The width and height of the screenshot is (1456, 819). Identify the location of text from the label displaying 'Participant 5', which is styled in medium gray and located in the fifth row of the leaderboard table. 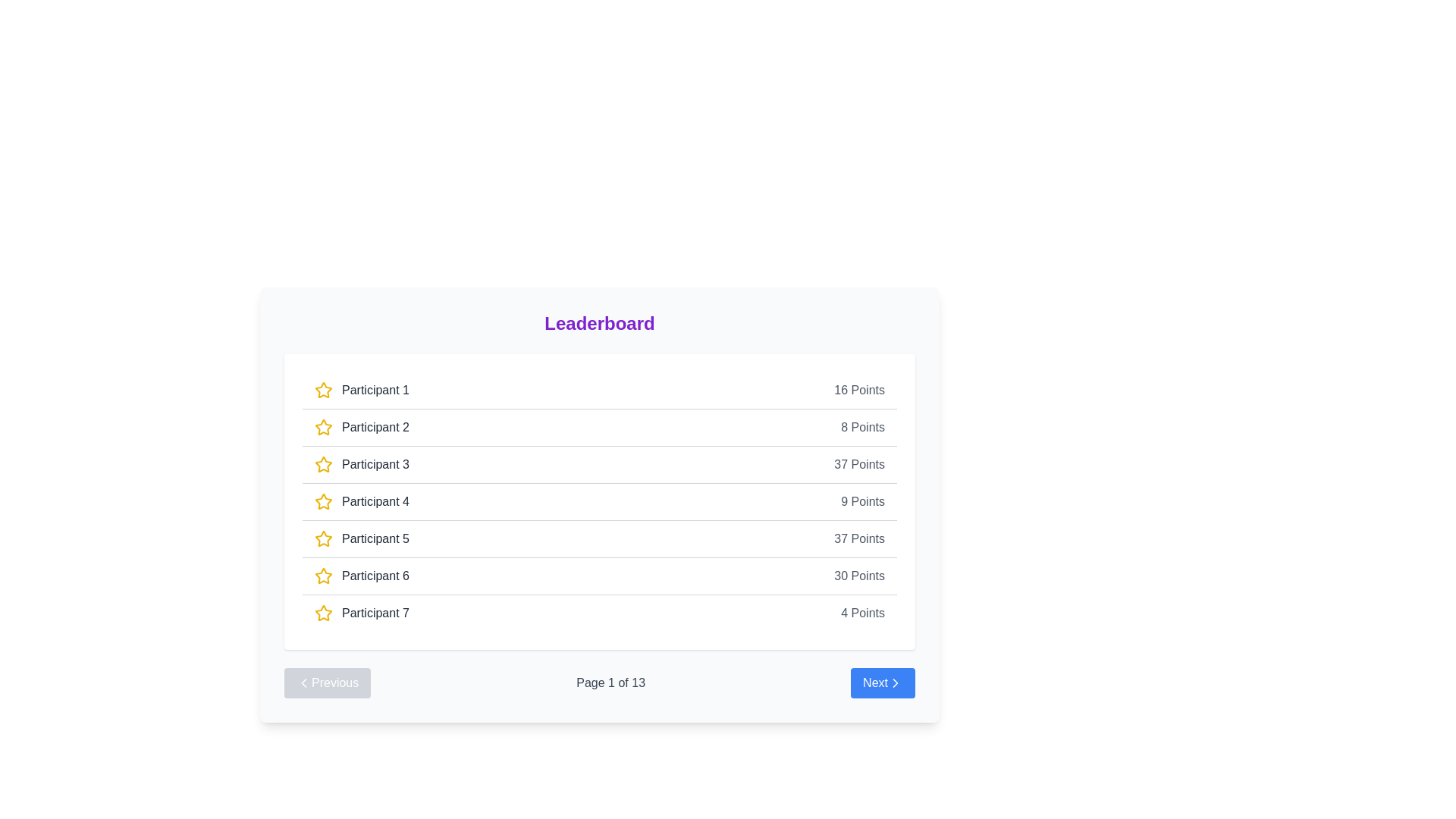
(361, 538).